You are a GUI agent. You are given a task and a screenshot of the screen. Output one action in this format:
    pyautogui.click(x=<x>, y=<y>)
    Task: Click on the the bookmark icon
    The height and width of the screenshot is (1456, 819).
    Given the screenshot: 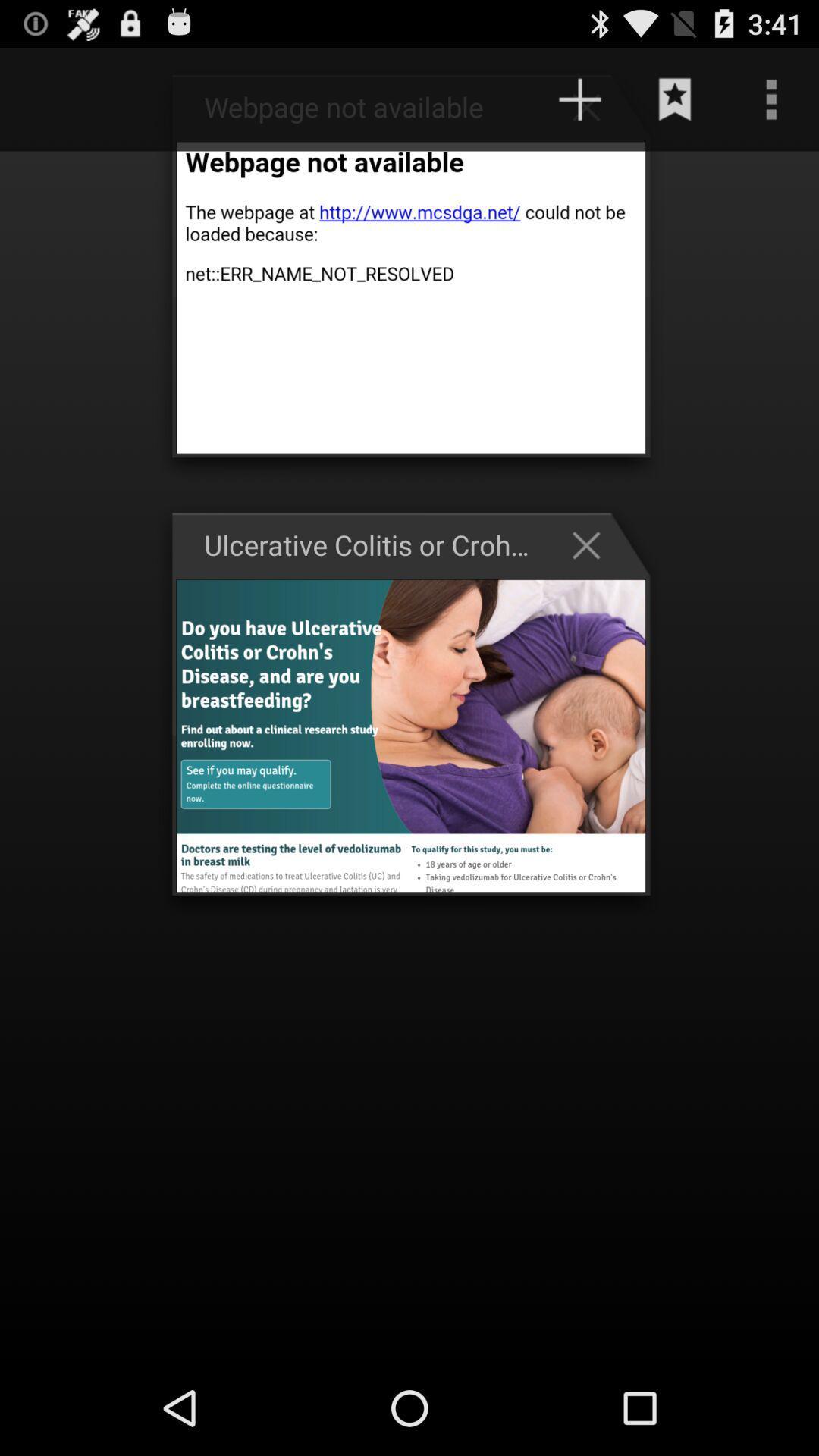 What is the action you would take?
    pyautogui.click(x=675, y=105)
    